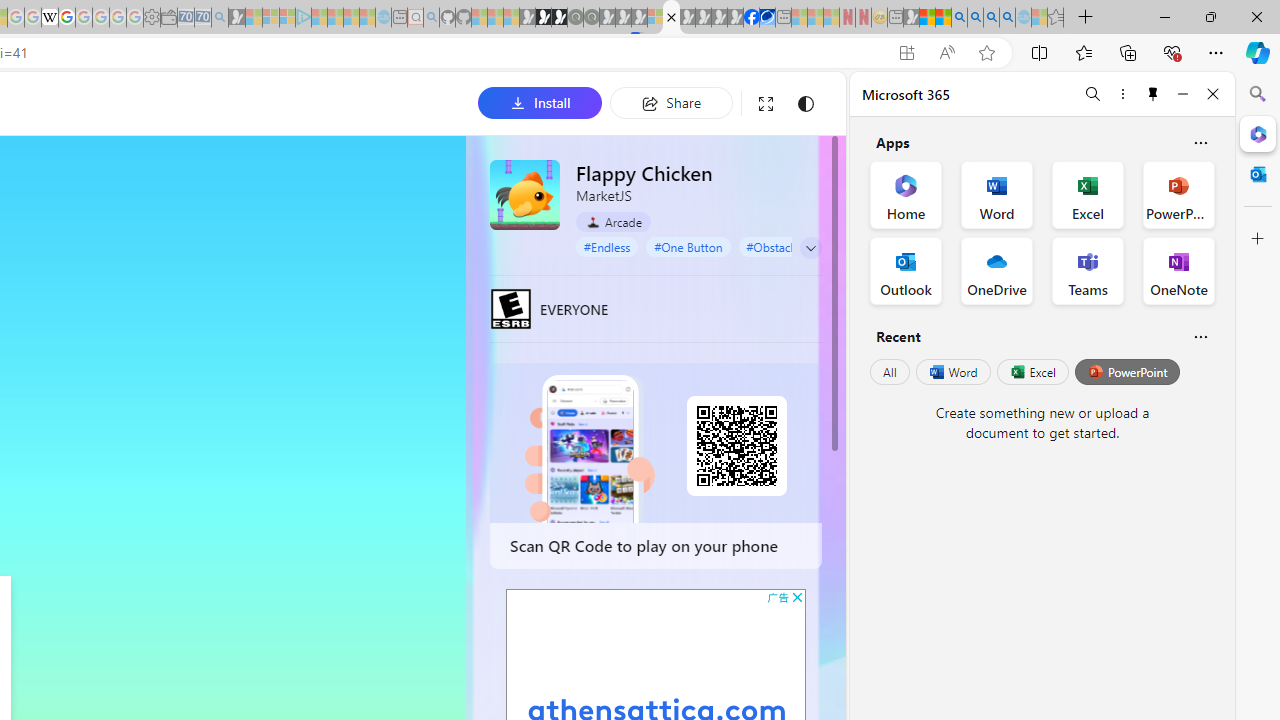 Image resolution: width=1280 pixels, height=720 pixels. I want to click on 'Word Office App', so click(997, 195).